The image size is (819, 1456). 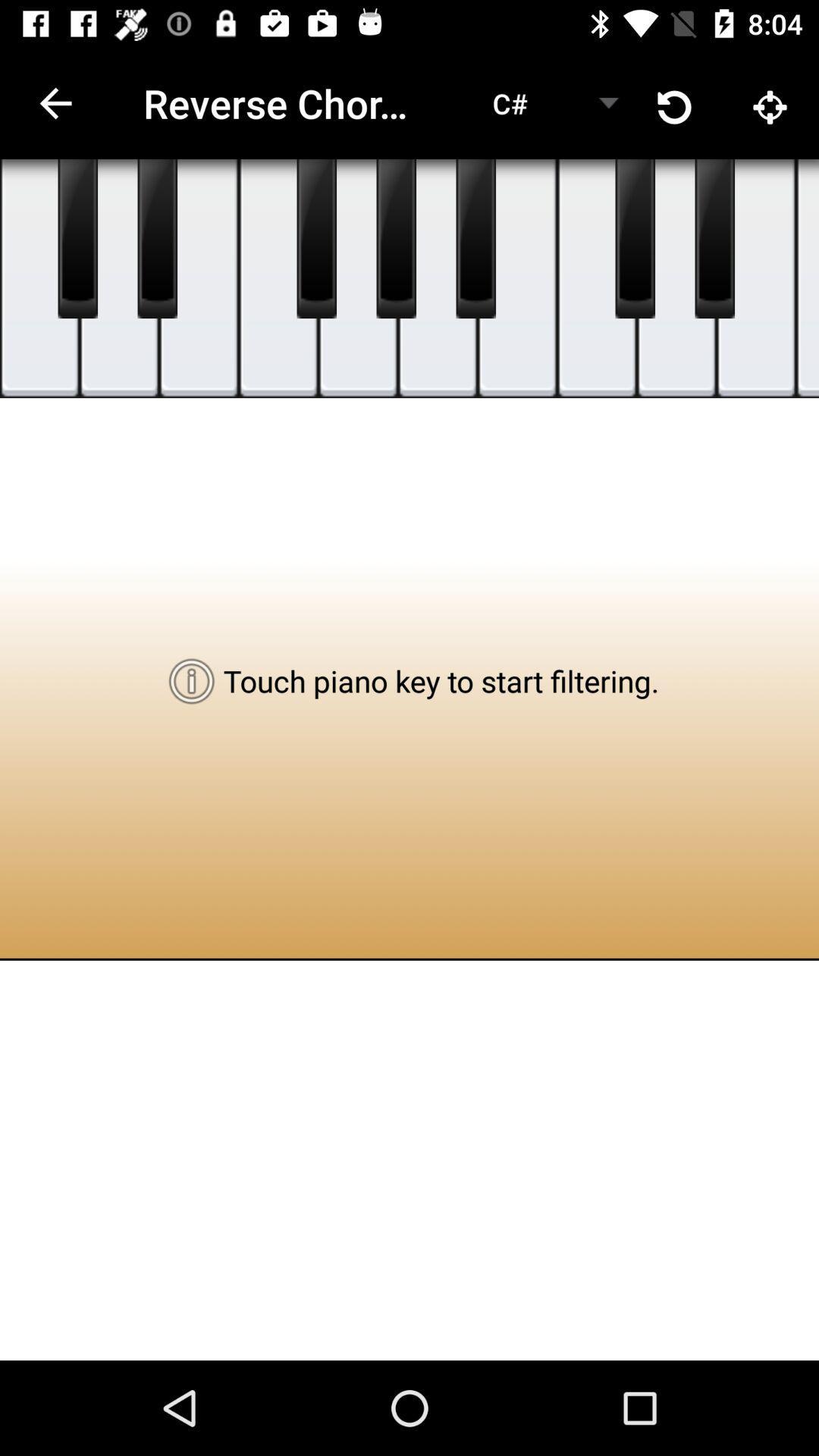 I want to click on natural note, so click(x=676, y=278).